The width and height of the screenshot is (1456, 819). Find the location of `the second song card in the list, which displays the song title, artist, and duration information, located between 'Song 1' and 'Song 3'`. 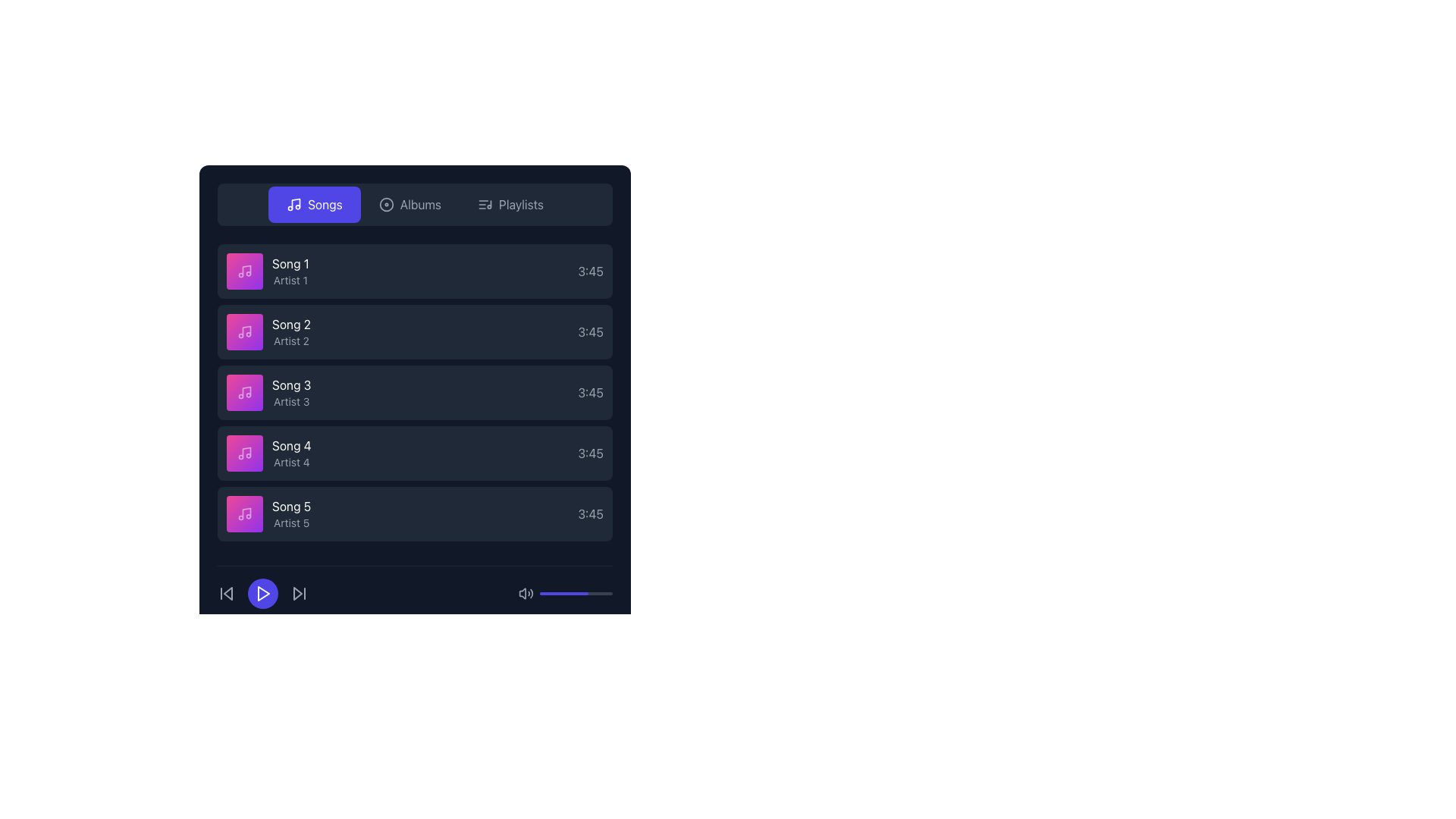

the second song card in the list, which displays the song title, artist, and duration information, located between 'Song 1' and 'Song 3' is located at coordinates (415, 331).